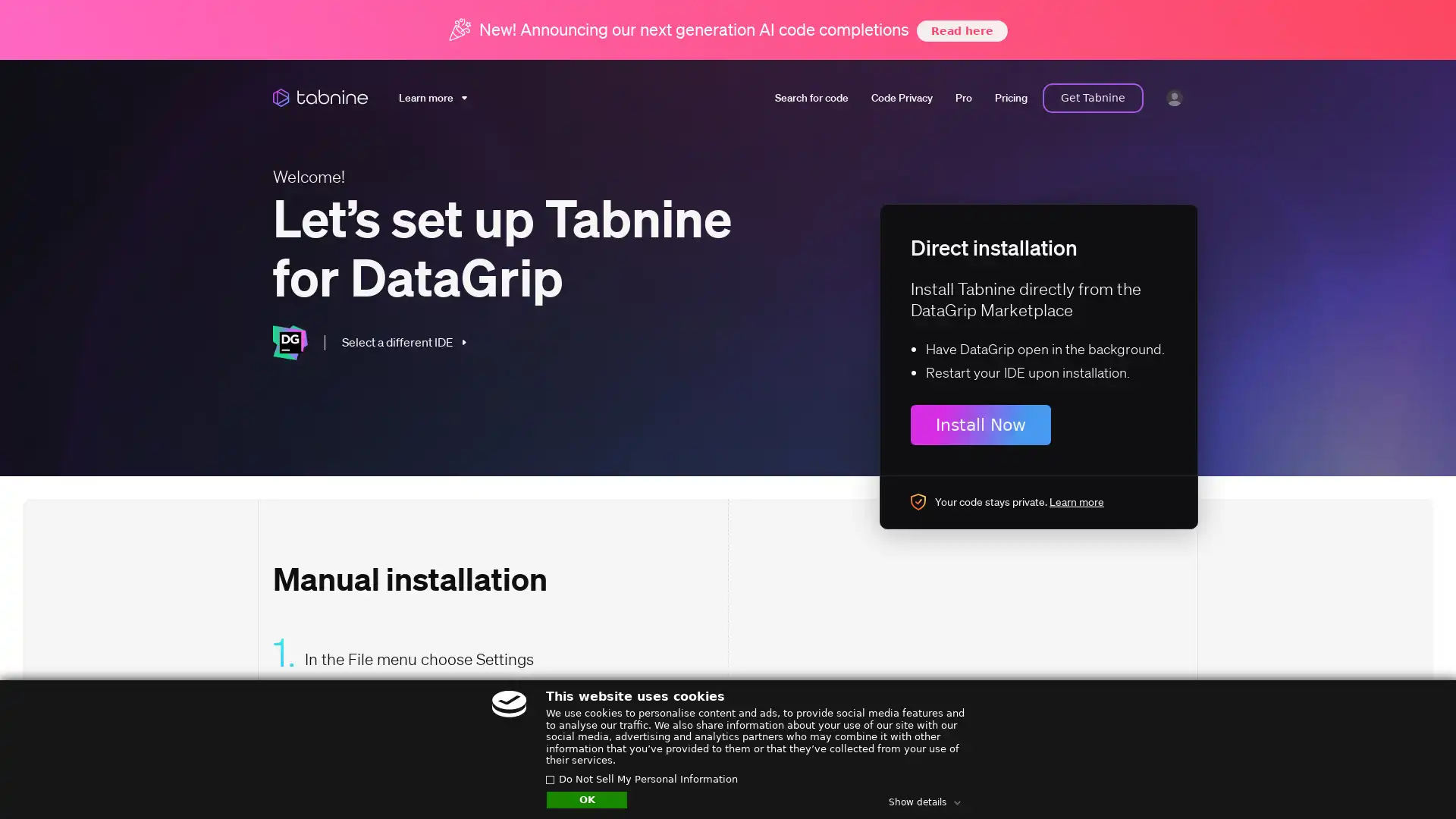 The height and width of the screenshot is (819, 1456). I want to click on Read here, so click(960, 30).